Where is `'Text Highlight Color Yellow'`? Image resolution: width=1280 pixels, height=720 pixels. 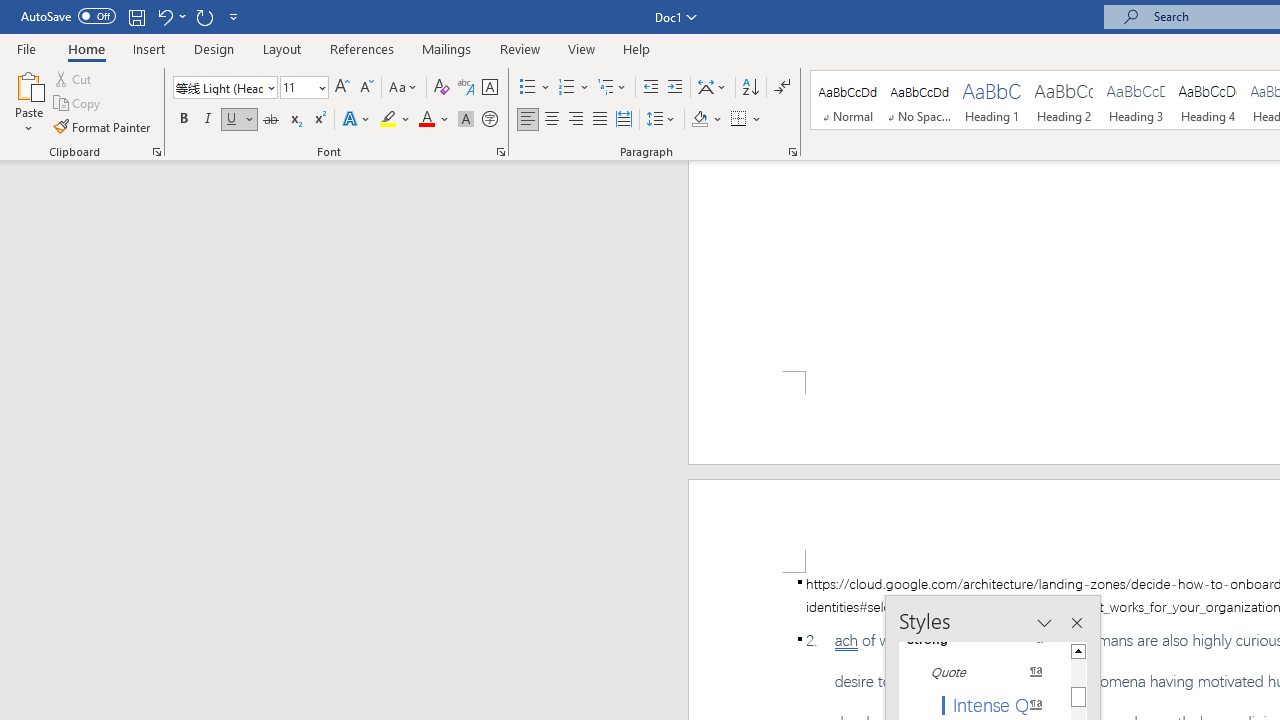
'Text Highlight Color Yellow' is located at coordinates (388, 119).